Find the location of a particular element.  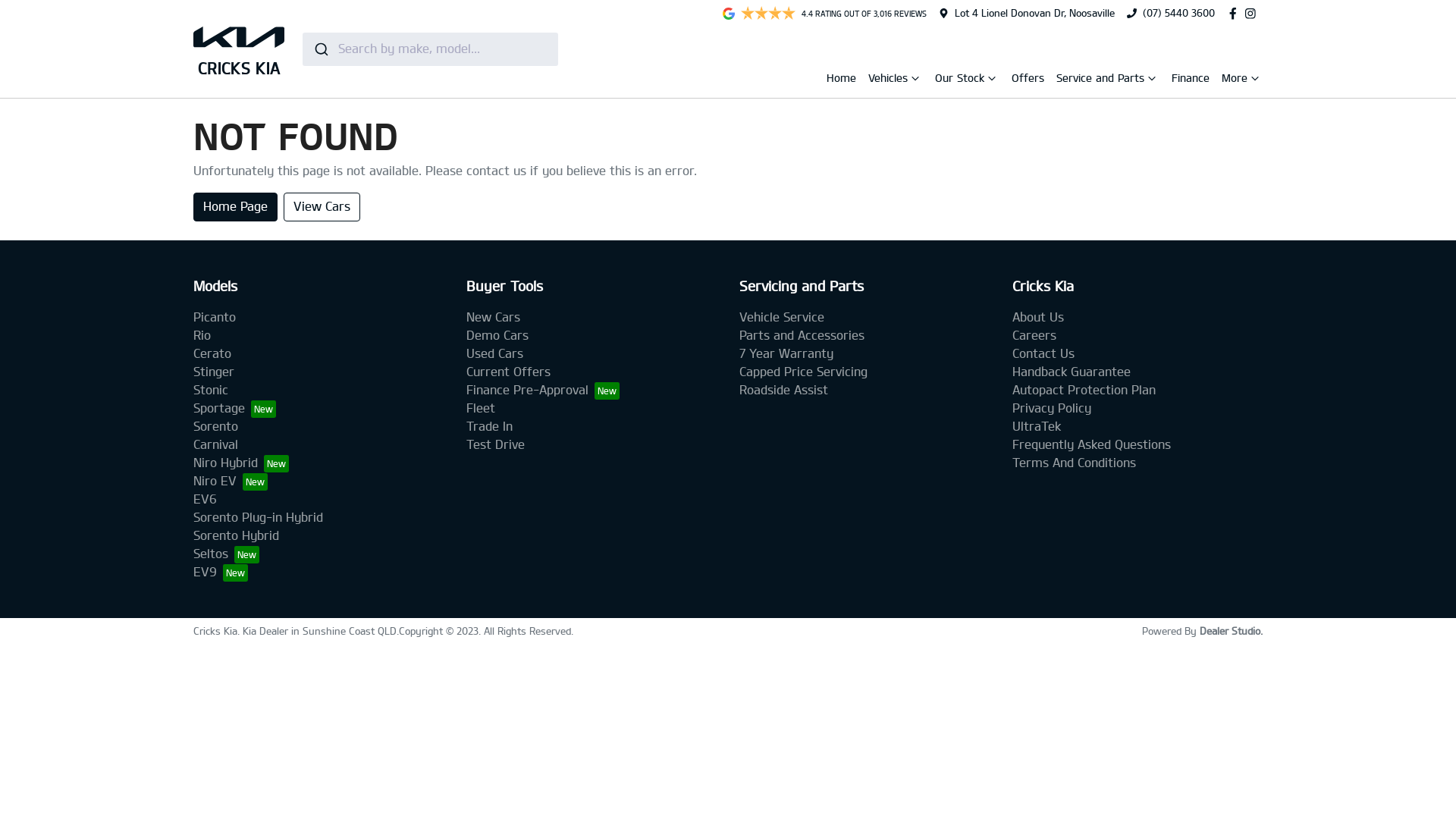

'Lot 4 Lionel Donovan Dr, Noosaville' is located at coordinates (1034, 12).